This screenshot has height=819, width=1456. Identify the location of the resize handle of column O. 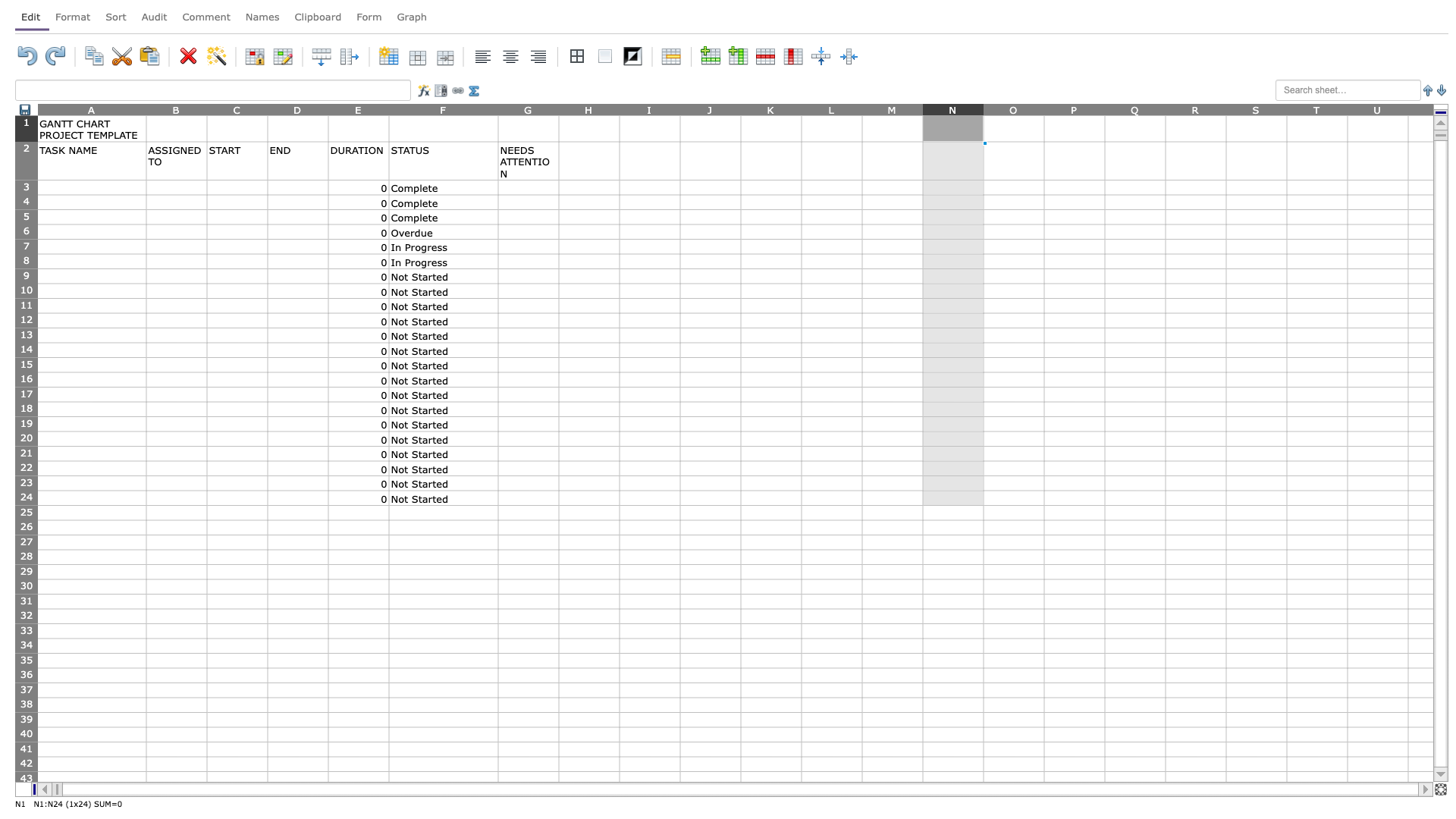
(1043, 108).